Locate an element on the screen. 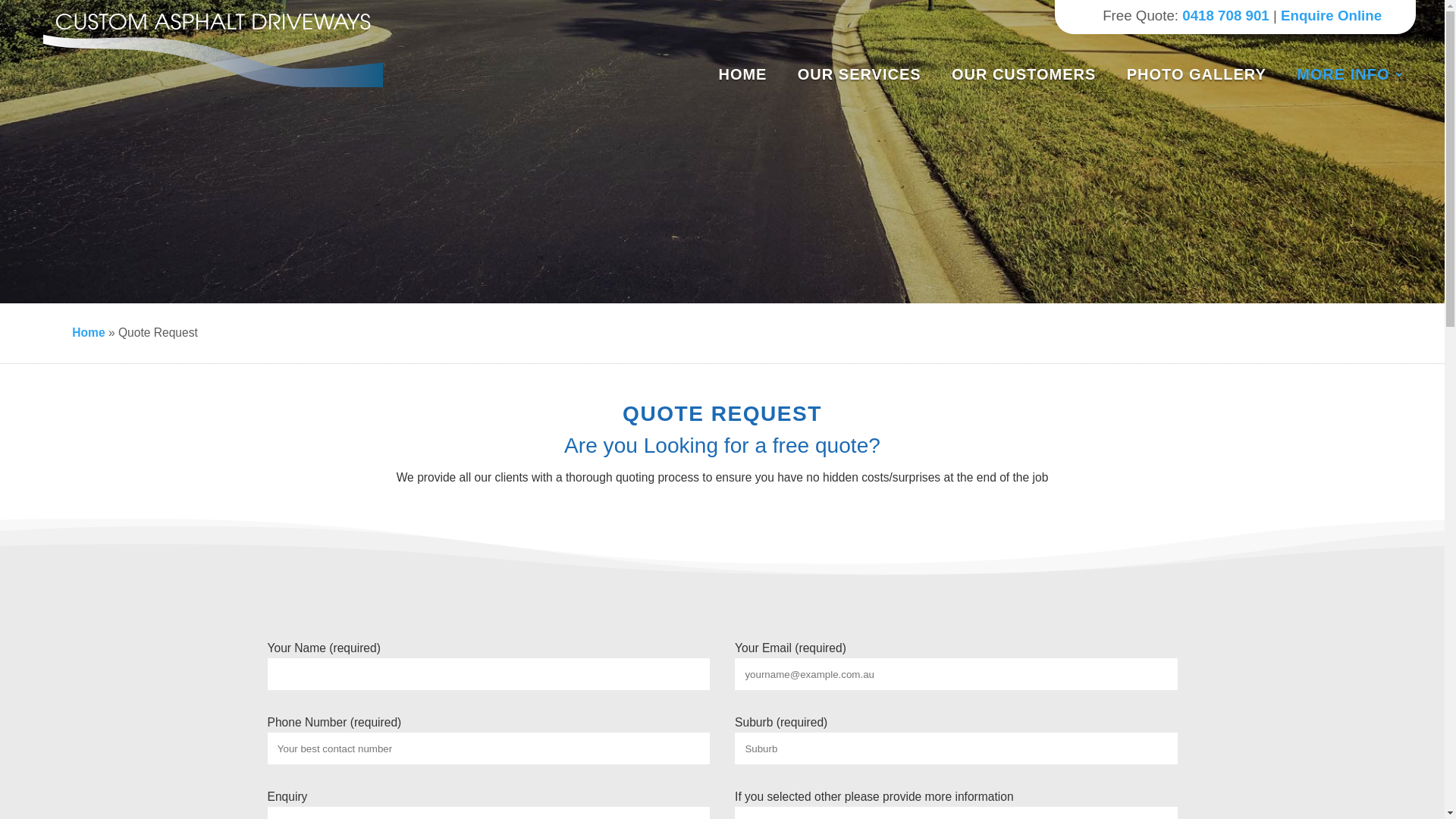  'OUR CUSTOMERS' is located at coordinates (1030, 74).